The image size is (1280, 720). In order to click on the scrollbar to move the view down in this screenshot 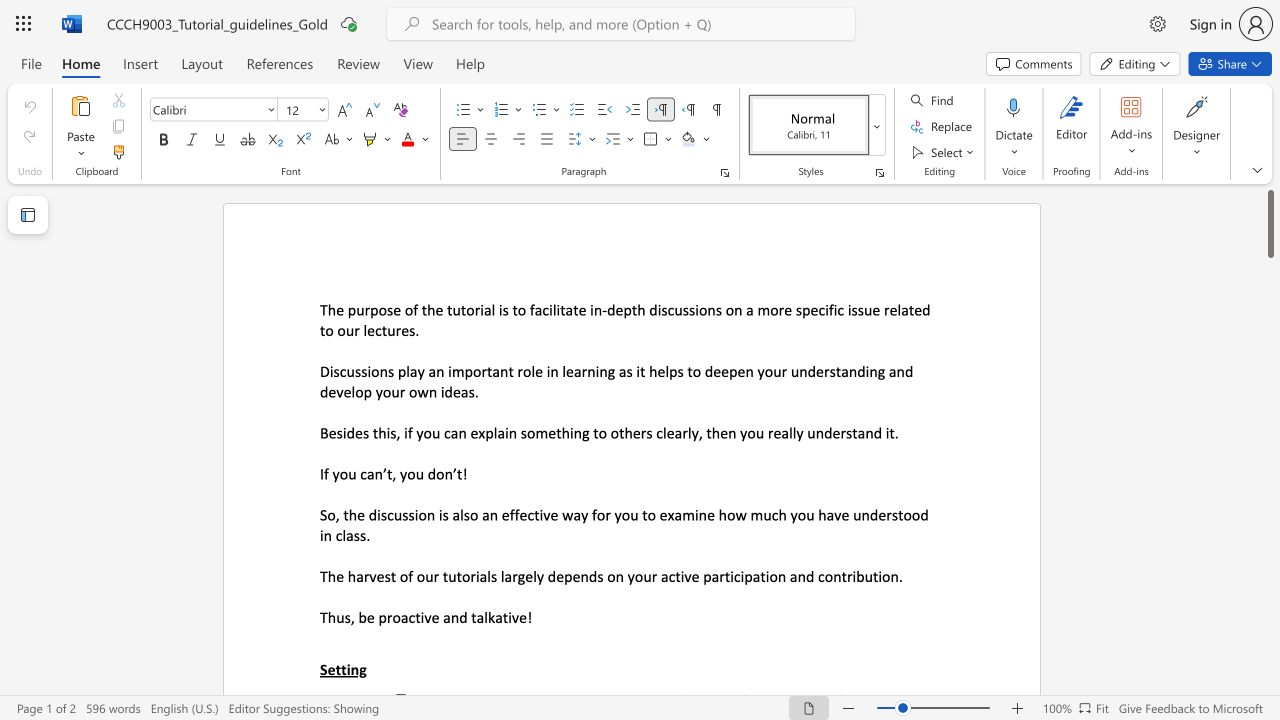, I will do `click(1269, 630)`.